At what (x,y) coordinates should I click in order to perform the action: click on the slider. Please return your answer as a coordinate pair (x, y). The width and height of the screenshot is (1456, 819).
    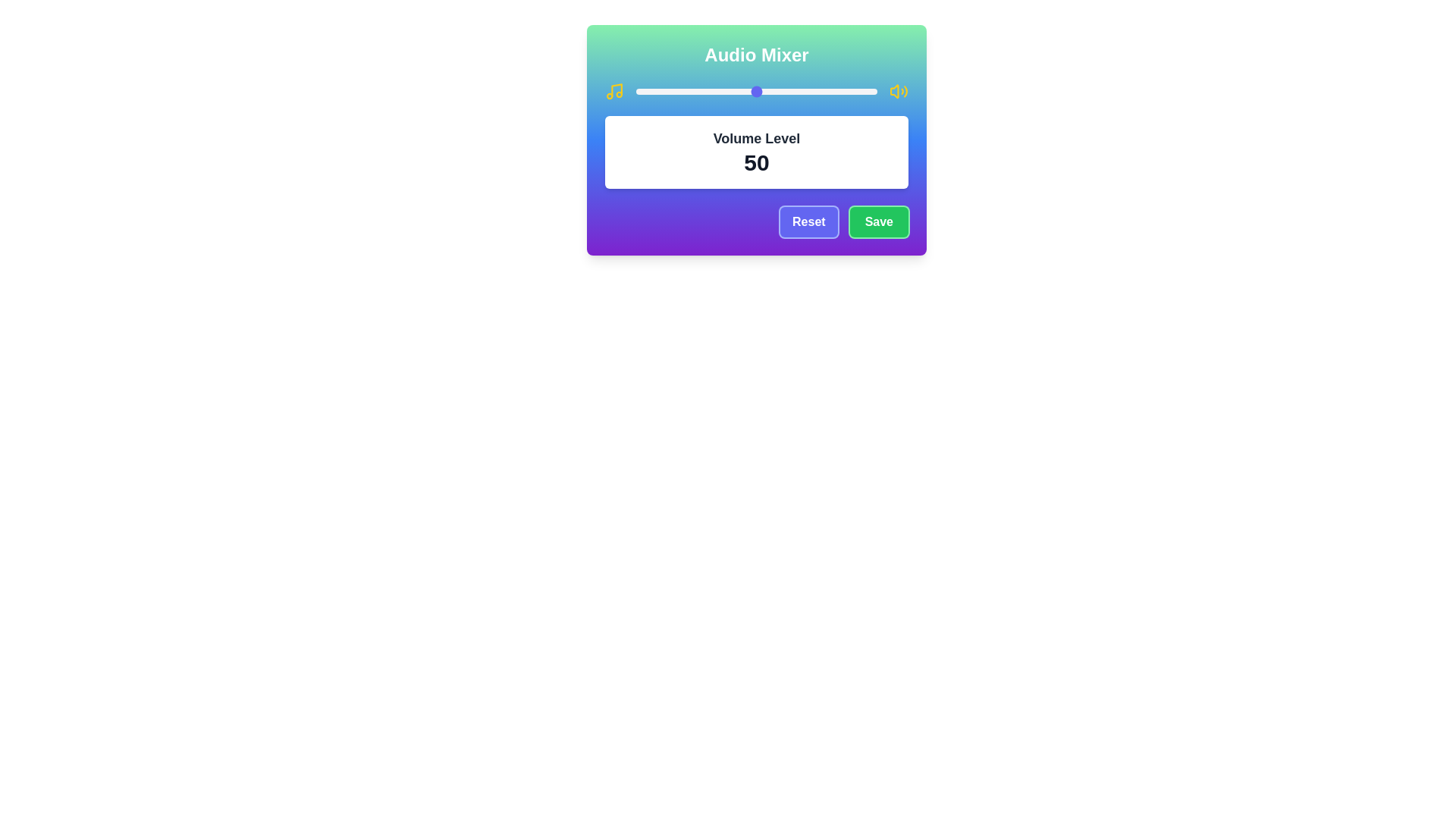
    Looking at the image, I should click on (770, 91).